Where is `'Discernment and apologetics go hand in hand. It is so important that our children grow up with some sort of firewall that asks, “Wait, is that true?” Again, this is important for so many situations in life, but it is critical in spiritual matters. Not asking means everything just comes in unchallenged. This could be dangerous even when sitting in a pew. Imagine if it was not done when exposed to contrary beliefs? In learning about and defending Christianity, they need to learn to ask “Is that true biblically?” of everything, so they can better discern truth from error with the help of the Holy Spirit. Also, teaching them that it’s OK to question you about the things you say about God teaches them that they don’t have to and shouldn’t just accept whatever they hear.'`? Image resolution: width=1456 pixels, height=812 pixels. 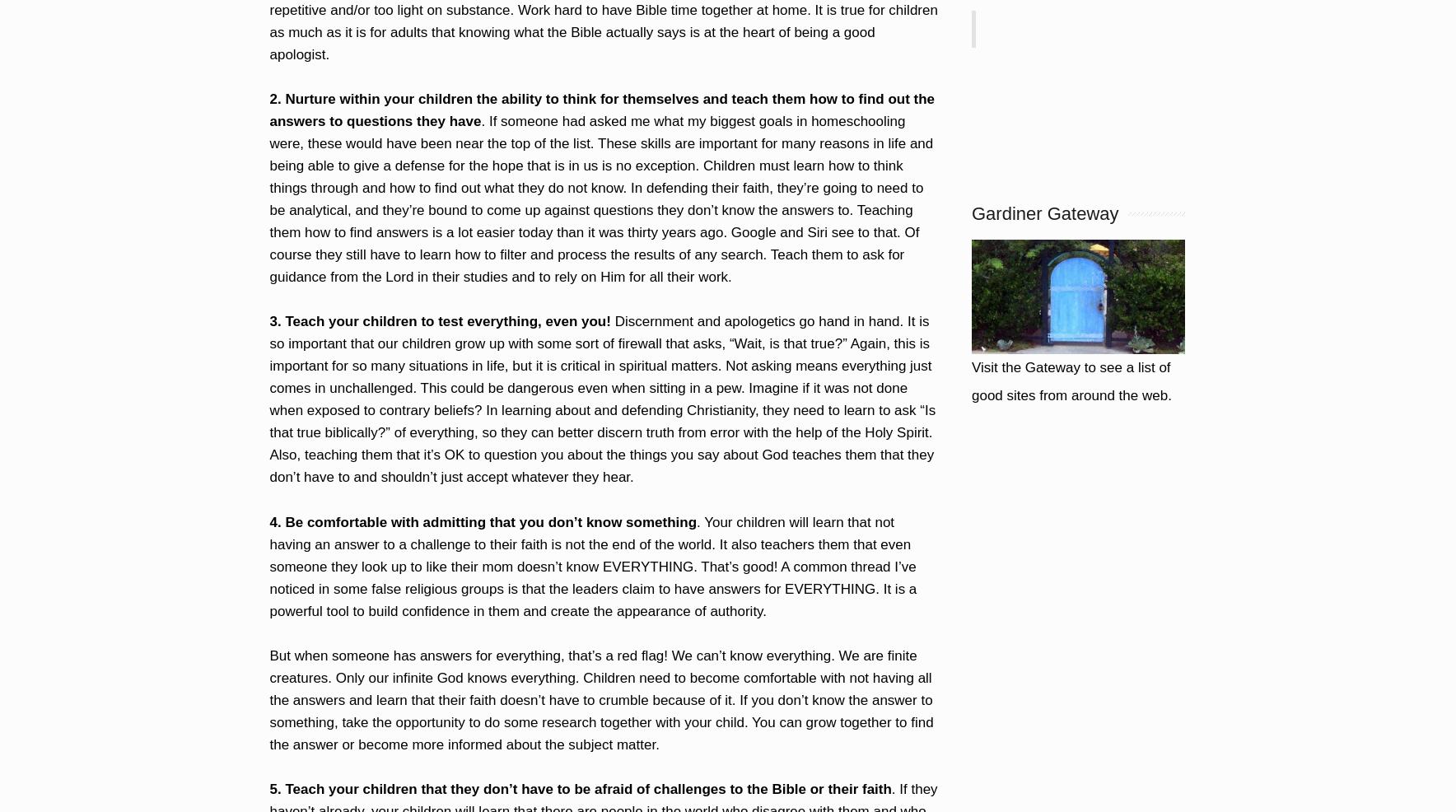 'Discernment and apologetics go hand in hand. It is so important that our children grow up with some sort of firewall that asks, “Wait, is that true?” Again, this is important for so many situations in life, but it is critical in spiritual matters. Not asking means everything just comes in unchallenged. This could be dangerous even when sitting in a pew. Imagine if it was not done when exposed to contrary beliefs? In learning about and defending Christianity, they need to learn to ask “Is that true biblically?” of everything, so they can better discern truth from error with the help of the Holy Spirit. Also, teaching them that it’s OK to question you about the things you say about God teaches them that they don’t have to and shouldn’t just accept whatever they hear.' is located at coordinates (602, 399).